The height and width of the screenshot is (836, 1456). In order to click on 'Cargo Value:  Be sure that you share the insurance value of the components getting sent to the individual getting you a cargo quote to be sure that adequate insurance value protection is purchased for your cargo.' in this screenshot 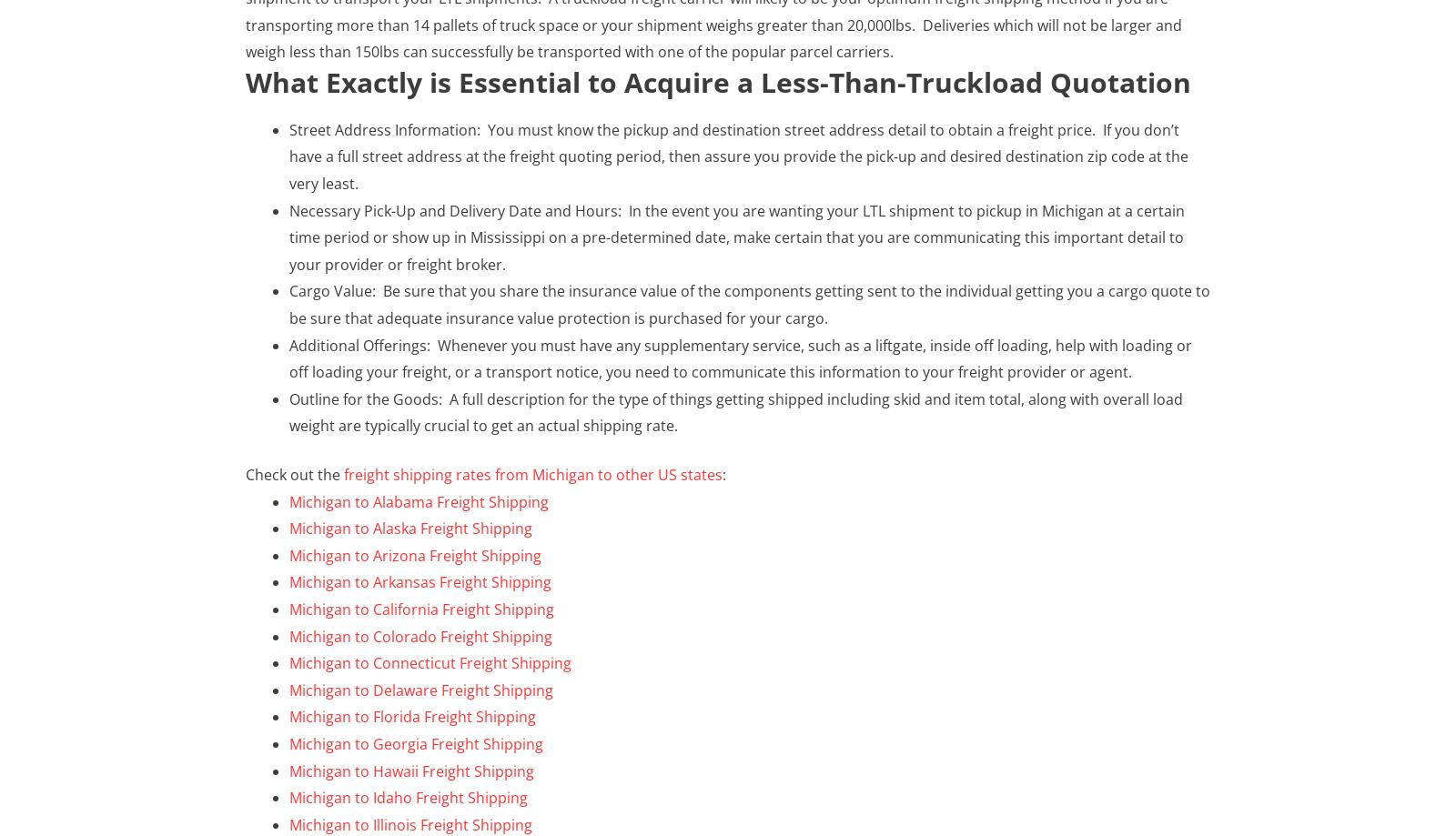, I will do `click(749, 303)`.